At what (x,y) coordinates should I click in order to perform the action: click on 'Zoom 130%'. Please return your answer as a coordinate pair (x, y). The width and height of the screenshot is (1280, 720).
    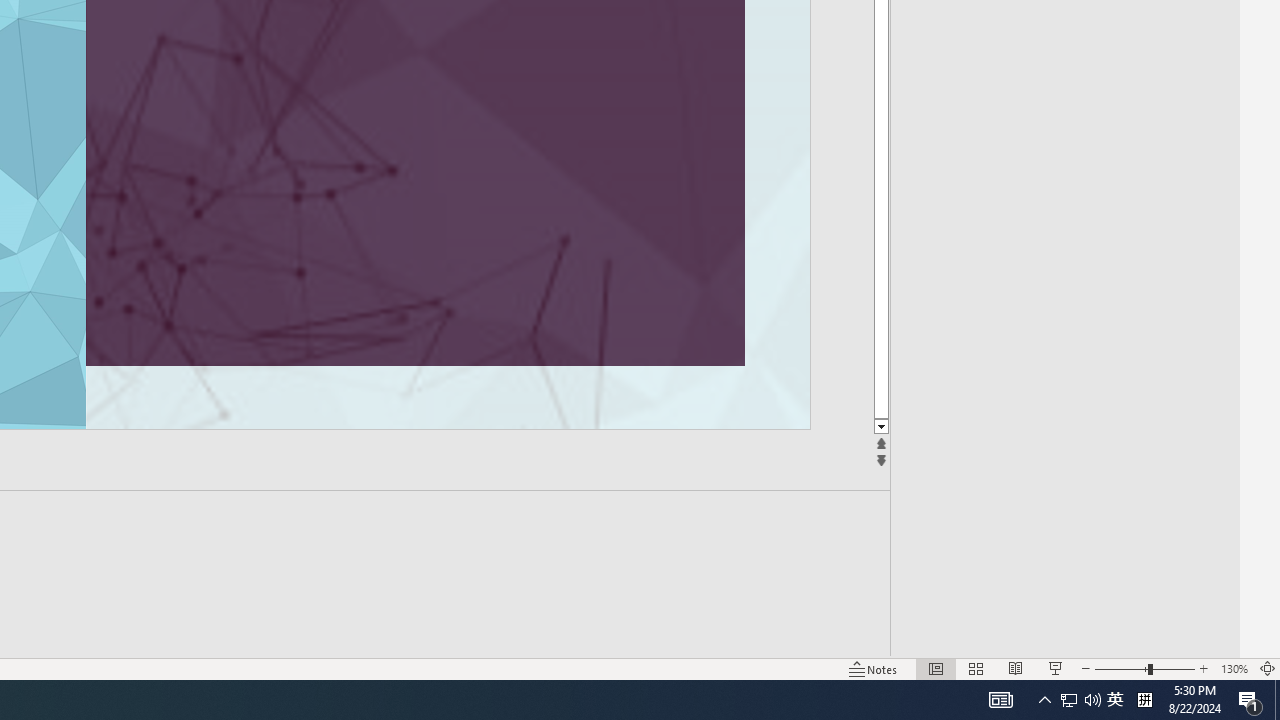
    Looking at the image, I should click on (1233, 669).